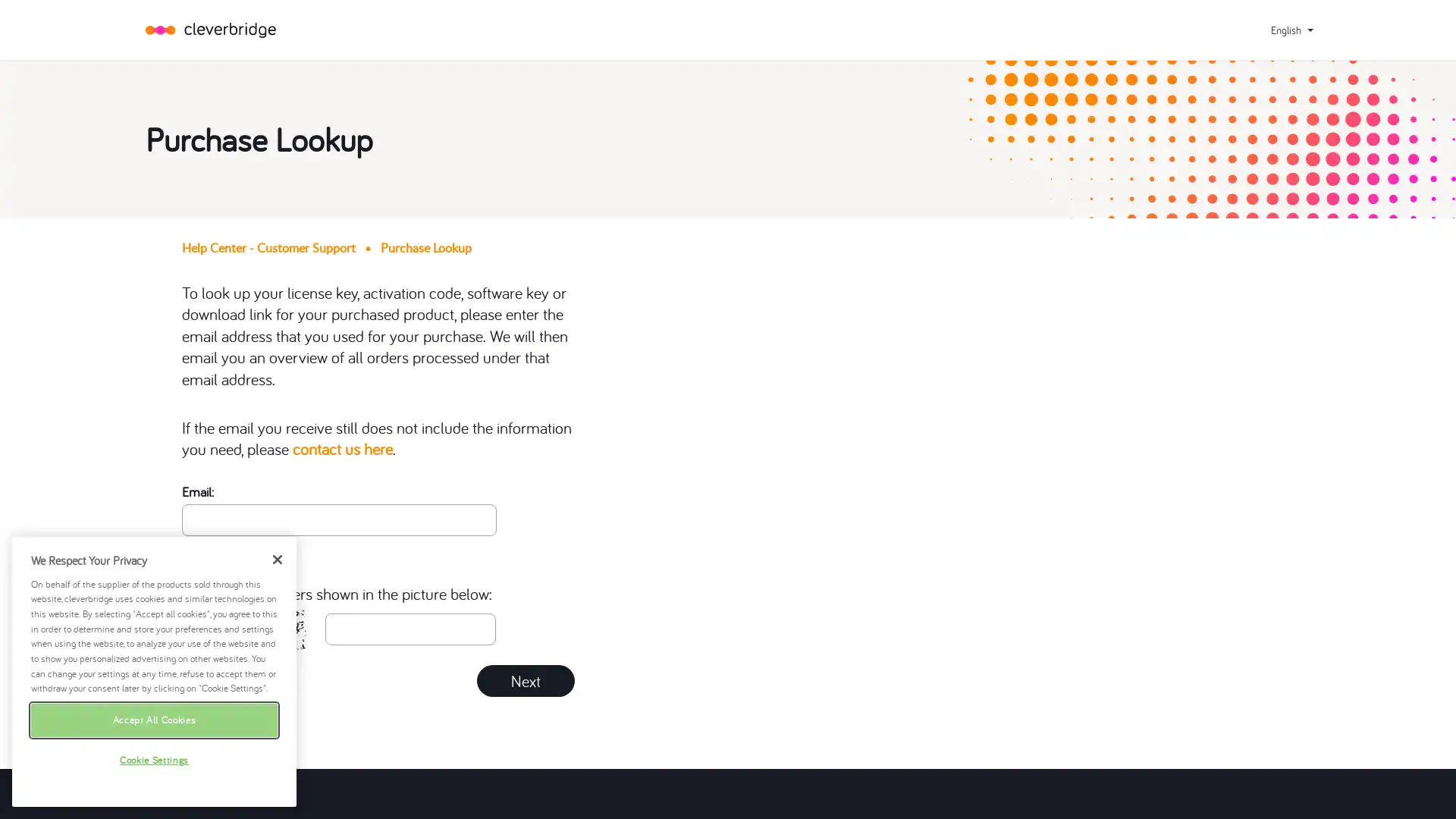  Describe the element at coordinates (277, 559) in the screenshot. I see `Close` at that location.